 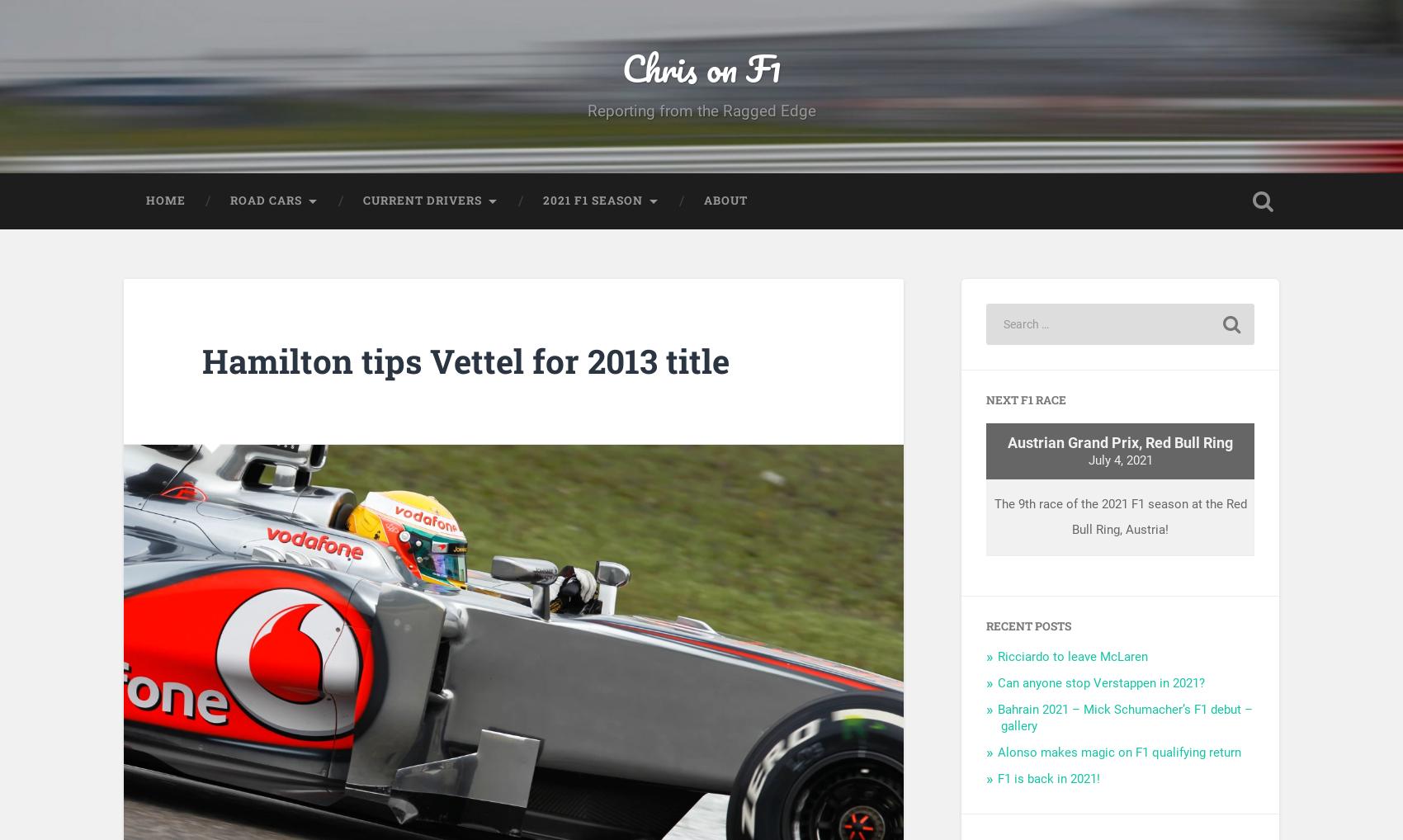 I want to click on 'Reporting from the Ragged Edge', so click(x=700, y=115).